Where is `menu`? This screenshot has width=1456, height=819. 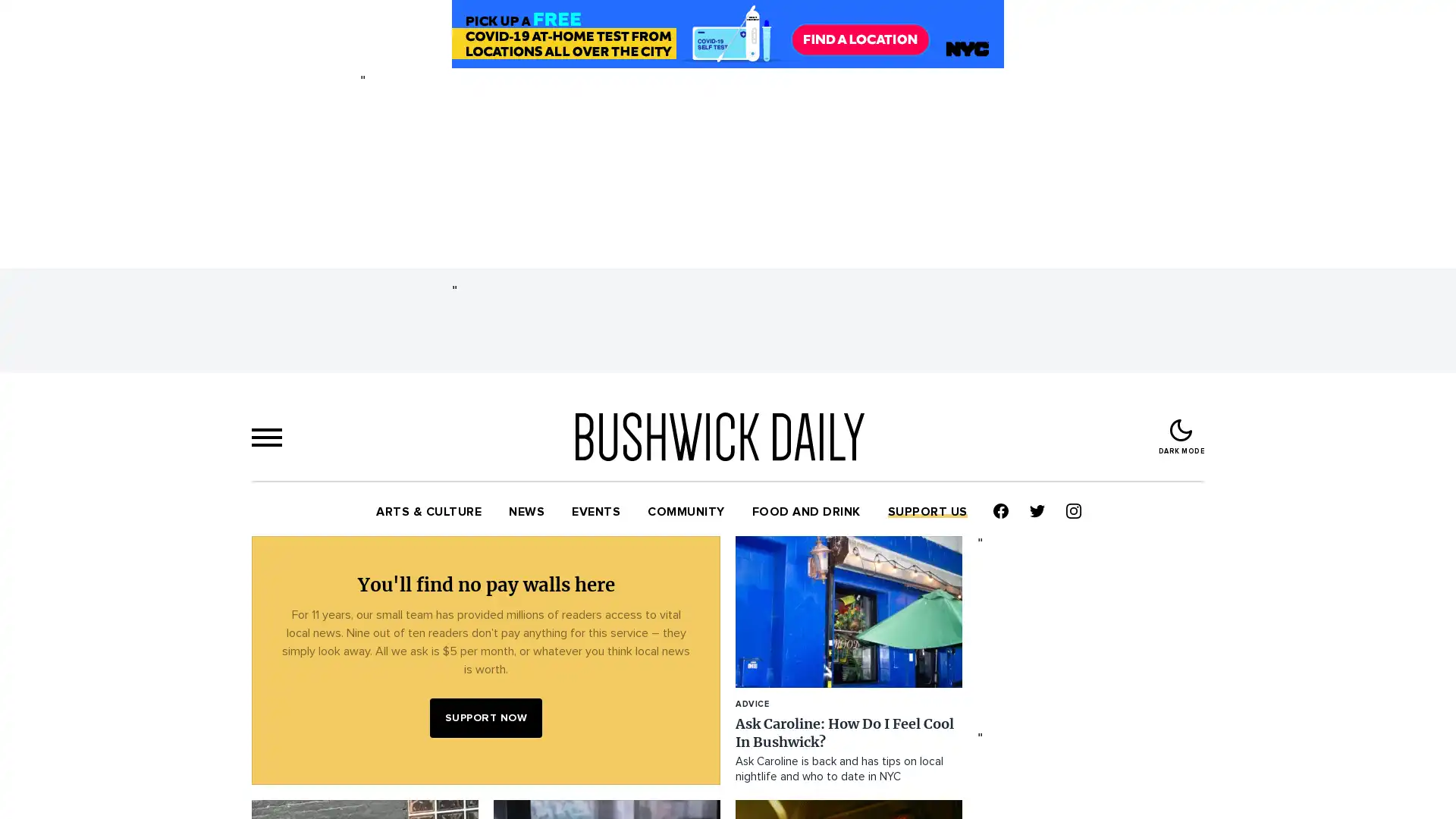 menu is located at coordinates (266, 436).